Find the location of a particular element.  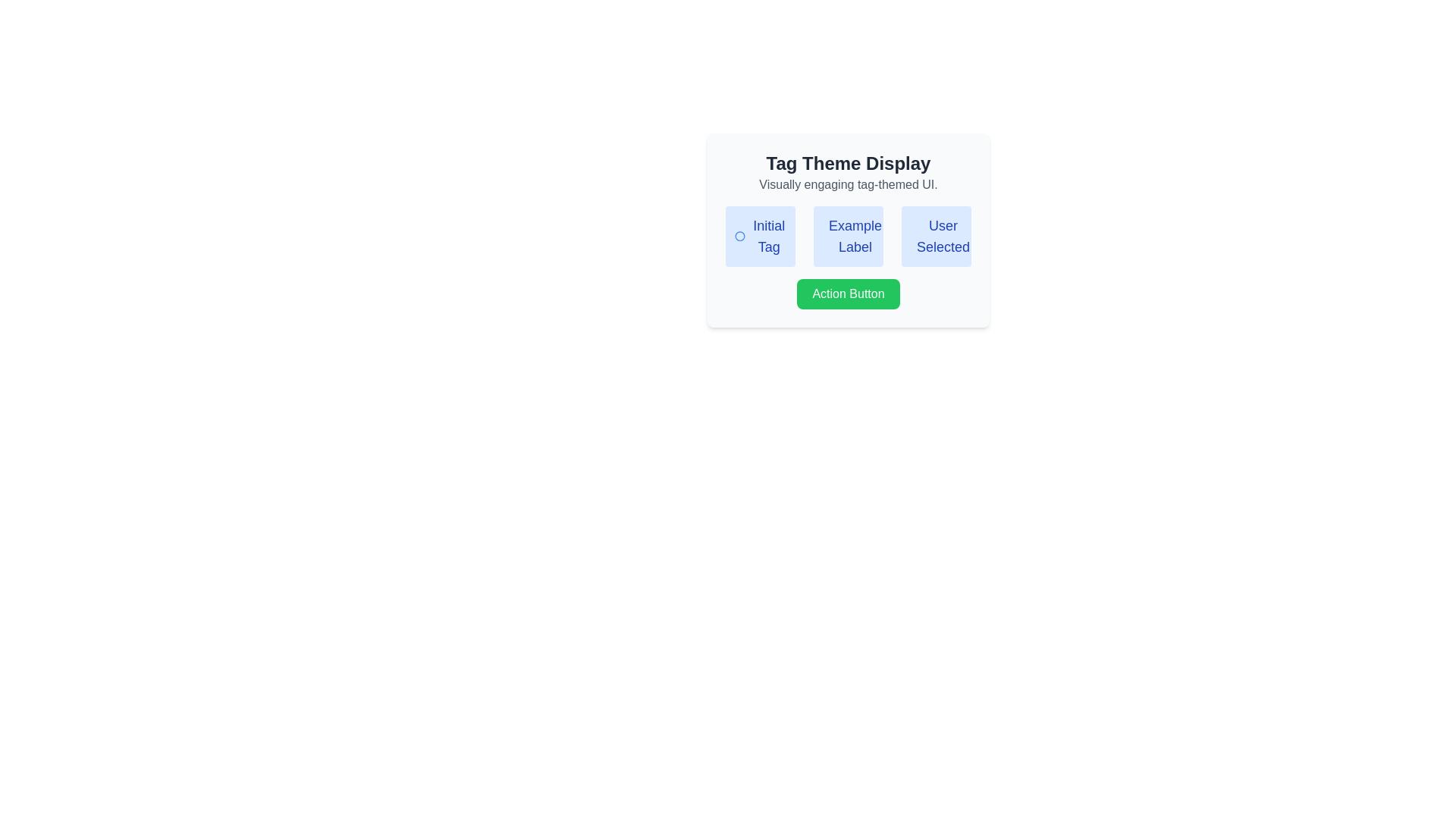

the second tag in a row of three tags within a grid layout, which serves as a static label for identifying or grouping data, located above a green-colored 'Action Button' is located at coordinates (847, 237).